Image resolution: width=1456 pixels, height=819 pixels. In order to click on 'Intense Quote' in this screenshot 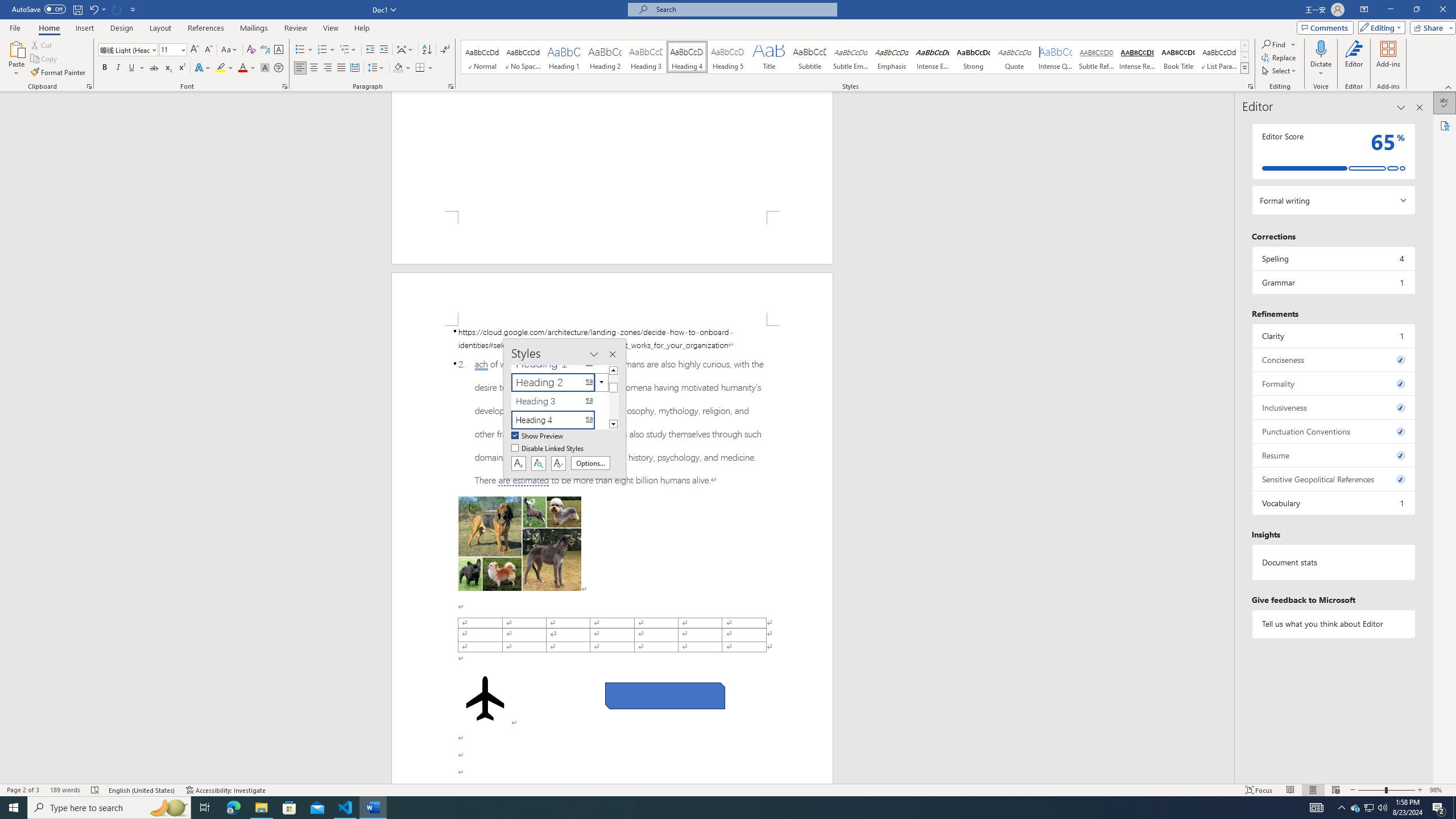, I will do `click(1055, 56)`.